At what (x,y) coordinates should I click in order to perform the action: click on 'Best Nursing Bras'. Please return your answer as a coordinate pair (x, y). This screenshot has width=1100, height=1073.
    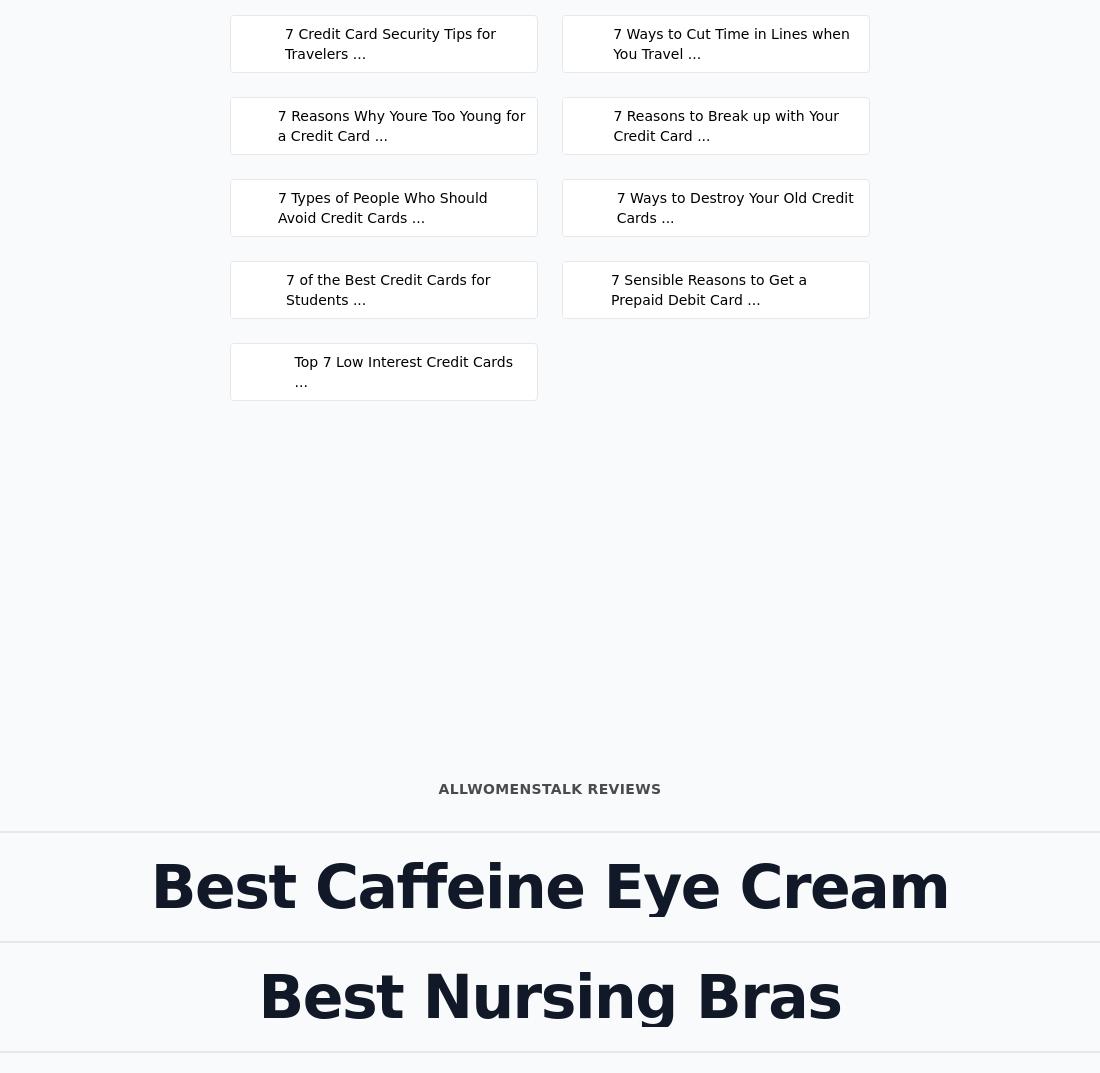
    Looking at the image, I should click on (549, 996).